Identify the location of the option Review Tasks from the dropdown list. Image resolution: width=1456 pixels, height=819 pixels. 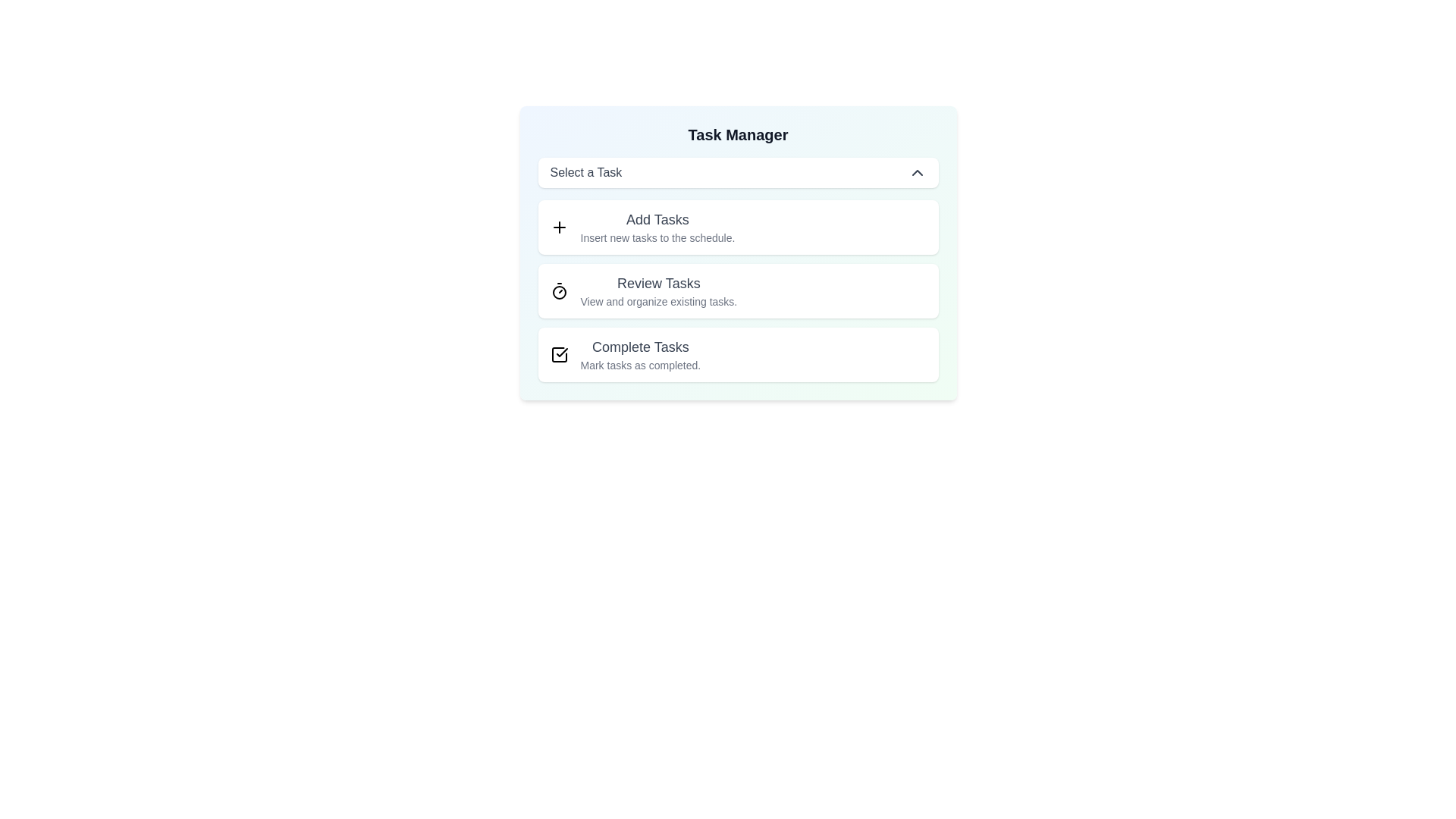
(558, 291).